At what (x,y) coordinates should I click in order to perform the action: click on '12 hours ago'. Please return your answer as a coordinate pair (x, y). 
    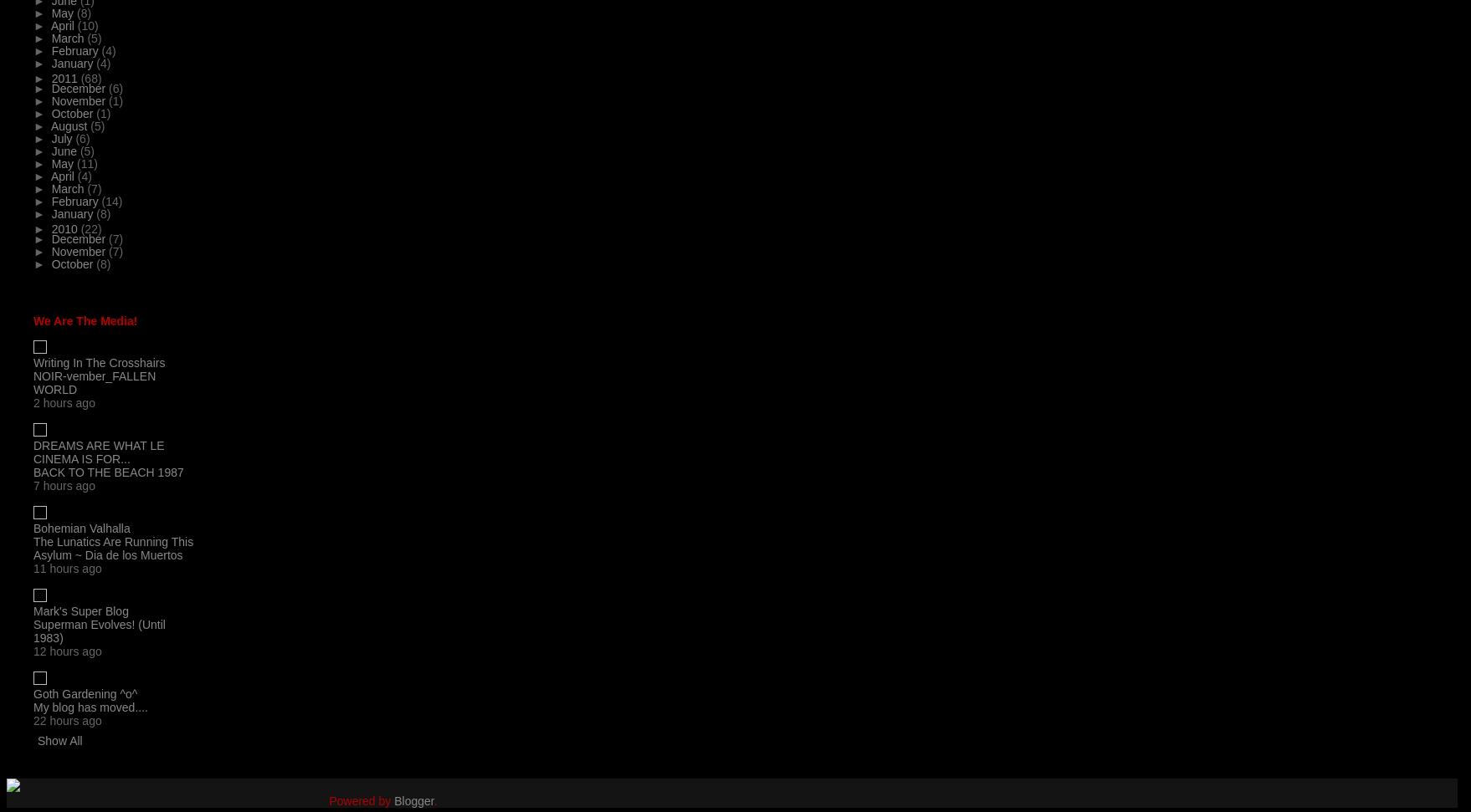
    Looking at the image, I should click on (67, 651).